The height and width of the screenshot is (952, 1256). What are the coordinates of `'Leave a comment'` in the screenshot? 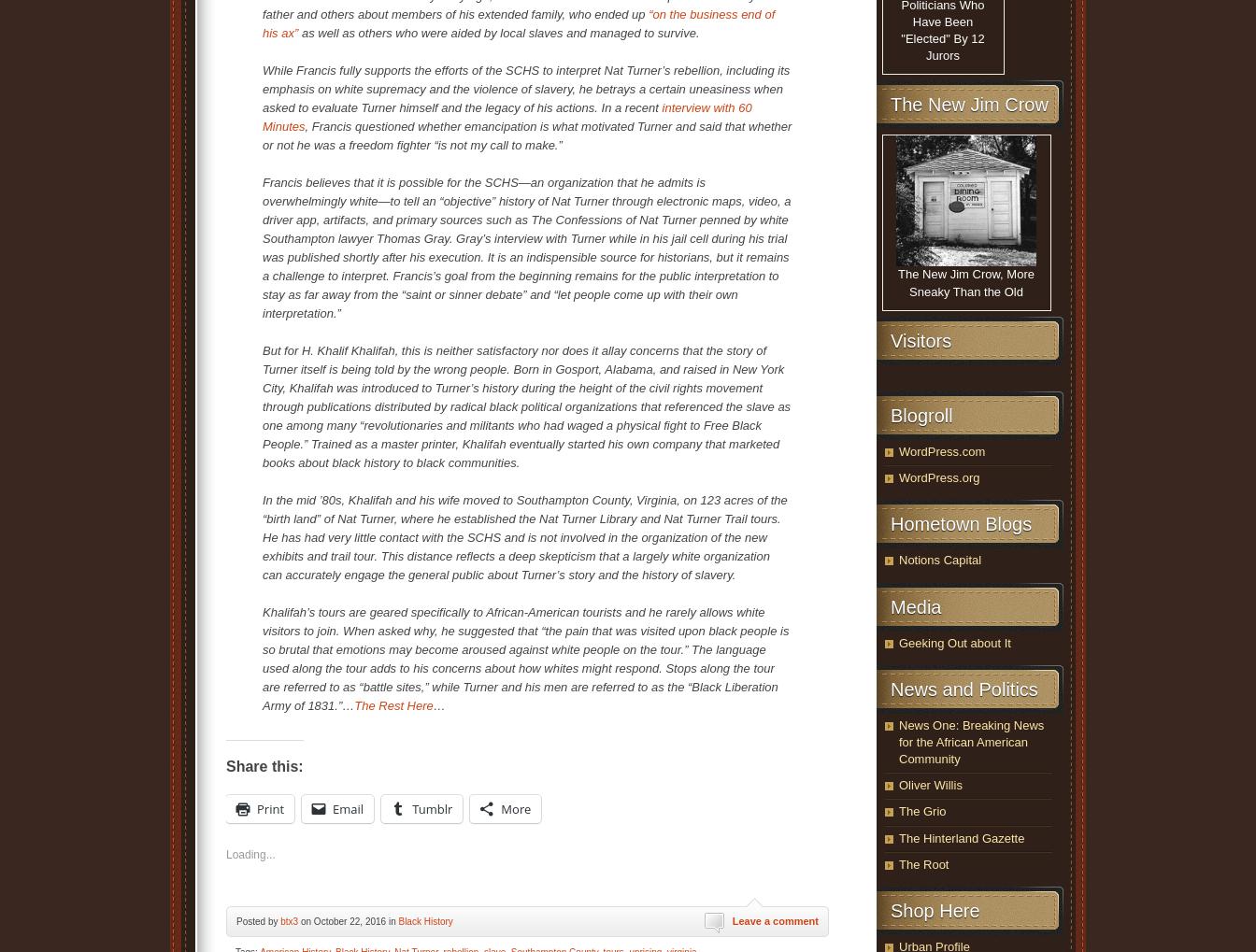 It's located at (775, 920).